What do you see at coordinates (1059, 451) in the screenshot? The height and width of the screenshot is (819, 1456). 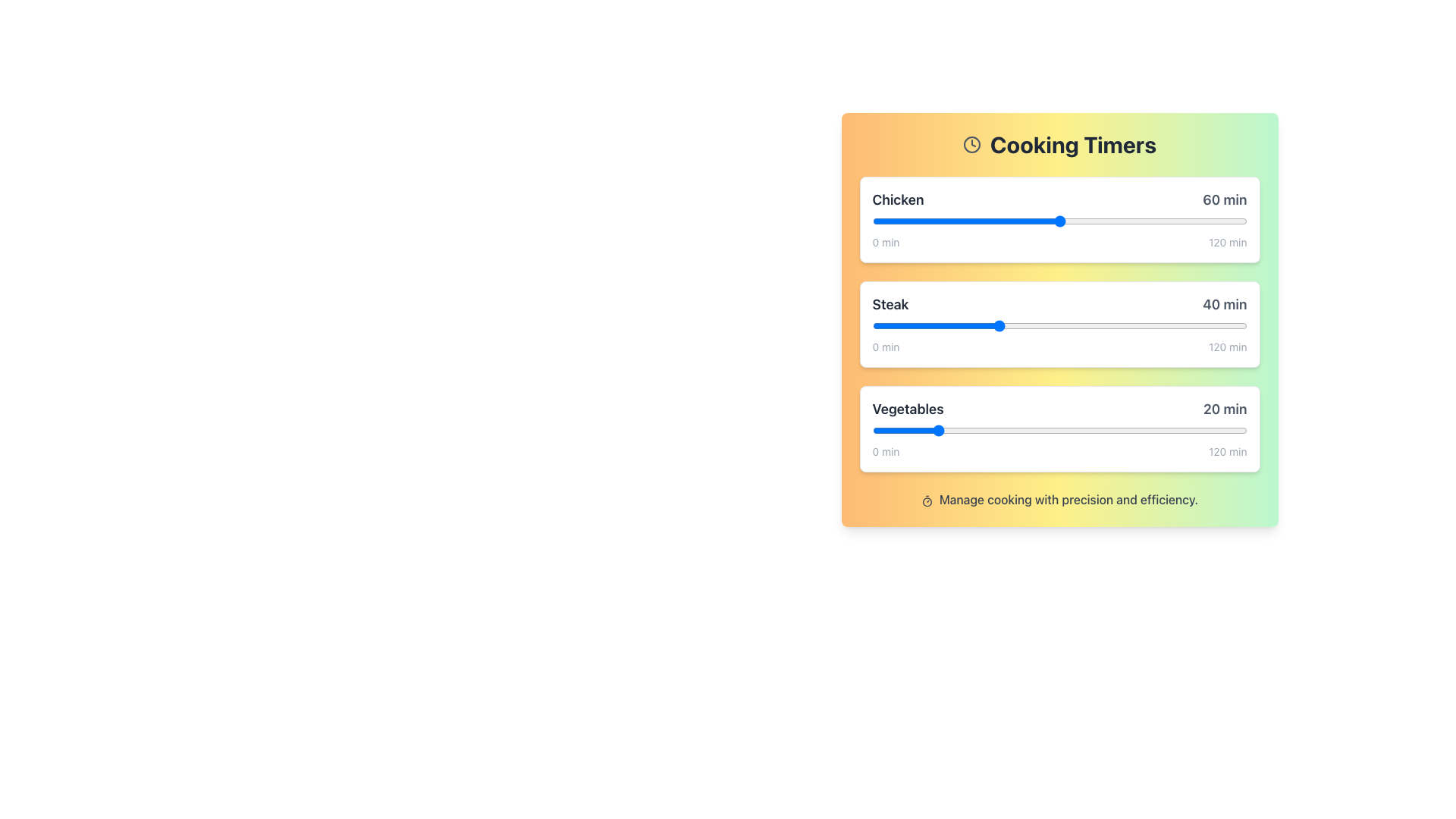 I see `properties of the textual labels '0 min' and '120 min' within the 'Vegetables' section of the 'Cooking Timers' interface, positioned at the bottom beneath the progress bar` at bounding box center [1059, 451].